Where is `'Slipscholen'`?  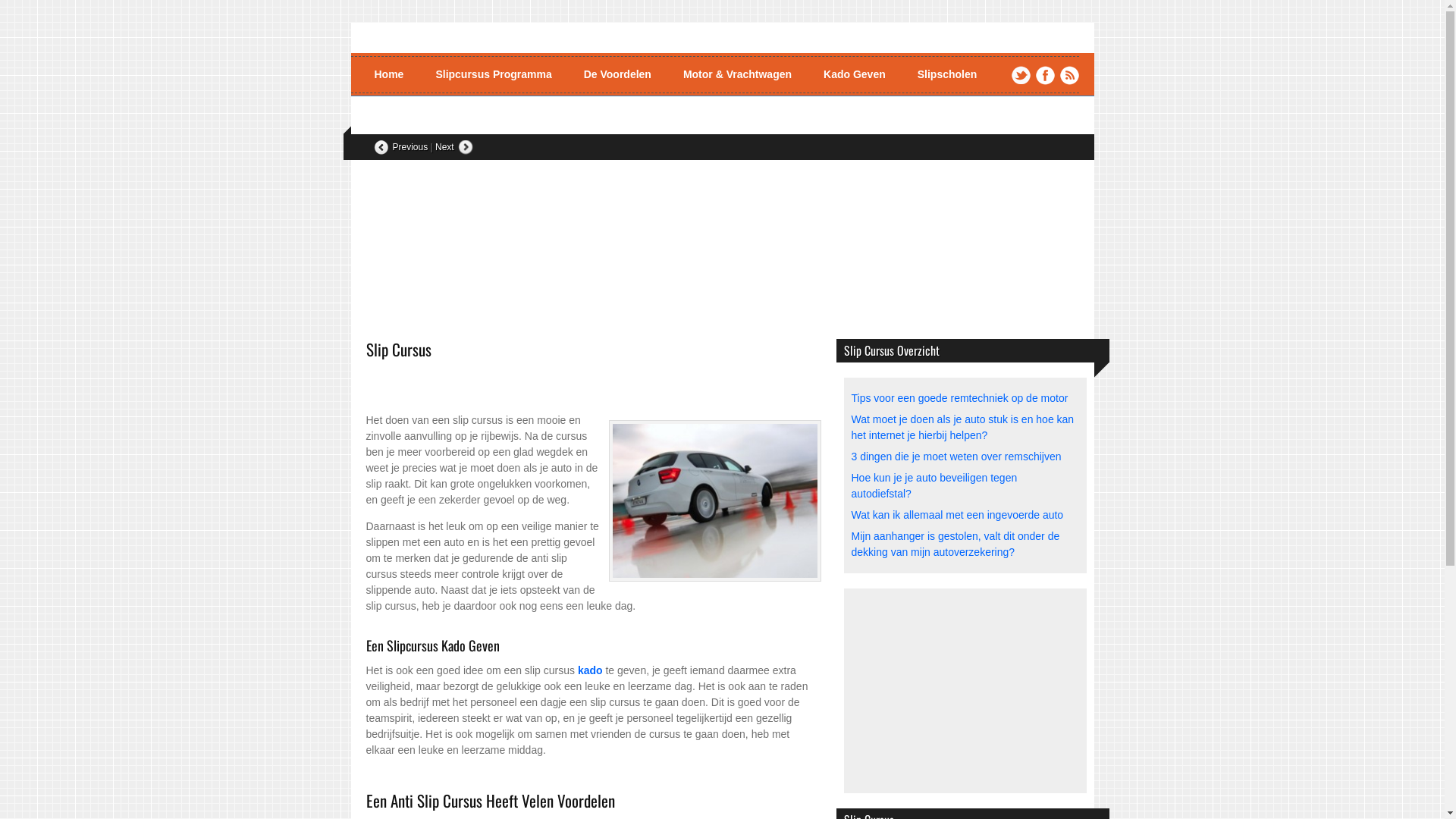 'Slipscholen' is located at coordinates (946, 74).